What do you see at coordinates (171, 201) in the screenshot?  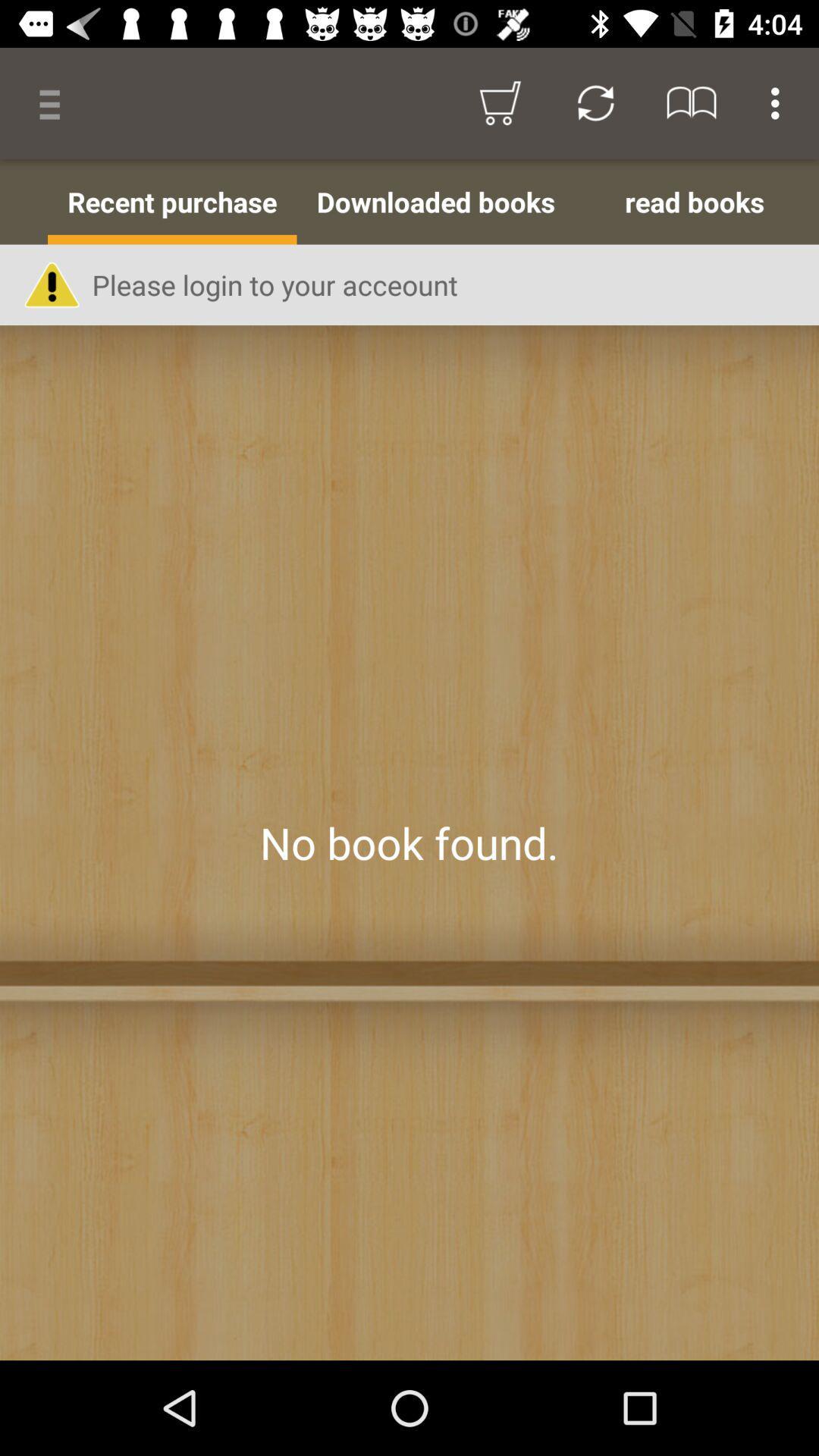 I see `the recent purchase app` at bounding box center [171, 201].